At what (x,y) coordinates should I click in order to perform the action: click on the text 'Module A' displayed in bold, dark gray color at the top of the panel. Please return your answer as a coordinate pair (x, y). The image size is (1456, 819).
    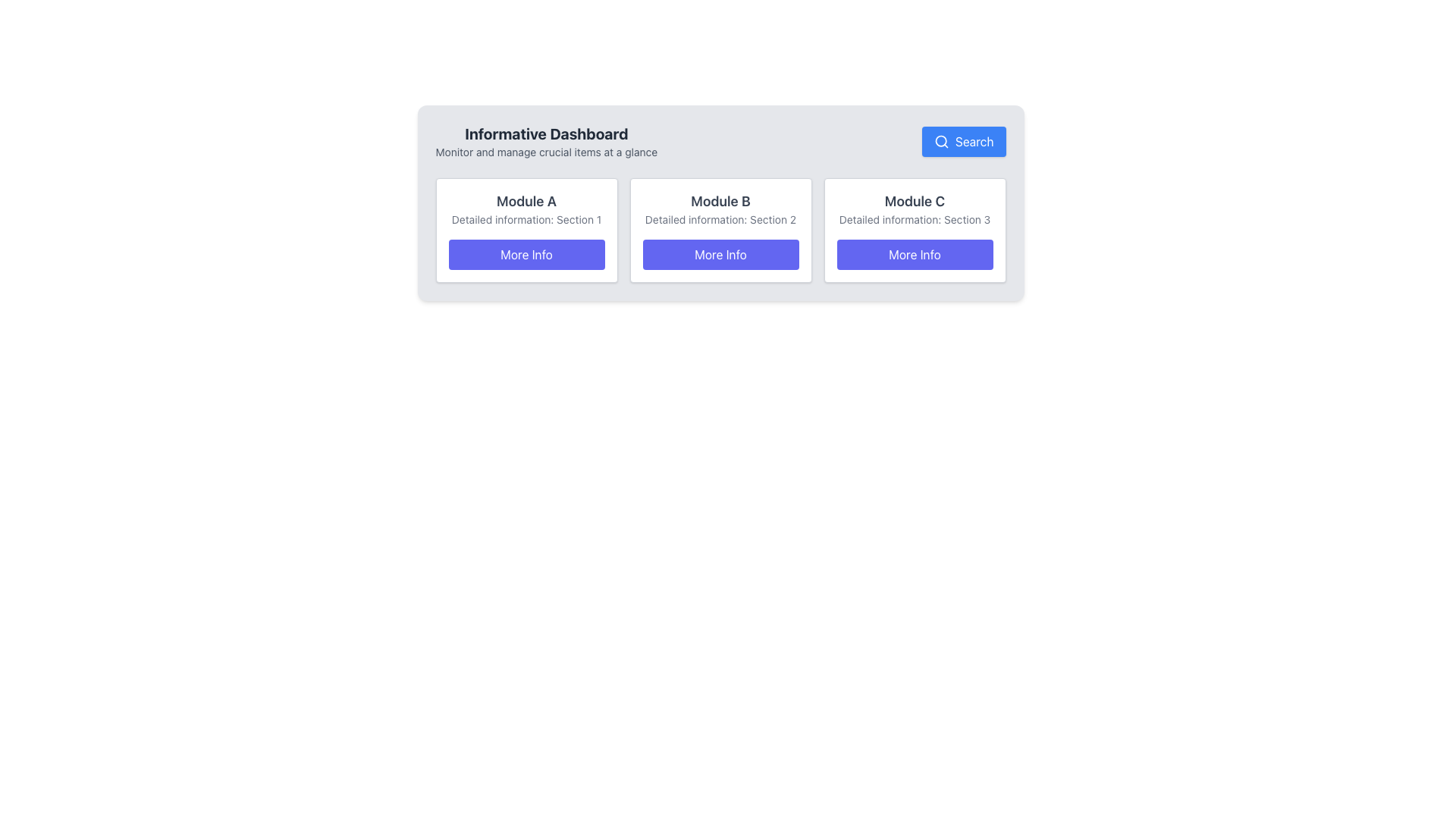
    Looking at the image, I should click on (526, 201).